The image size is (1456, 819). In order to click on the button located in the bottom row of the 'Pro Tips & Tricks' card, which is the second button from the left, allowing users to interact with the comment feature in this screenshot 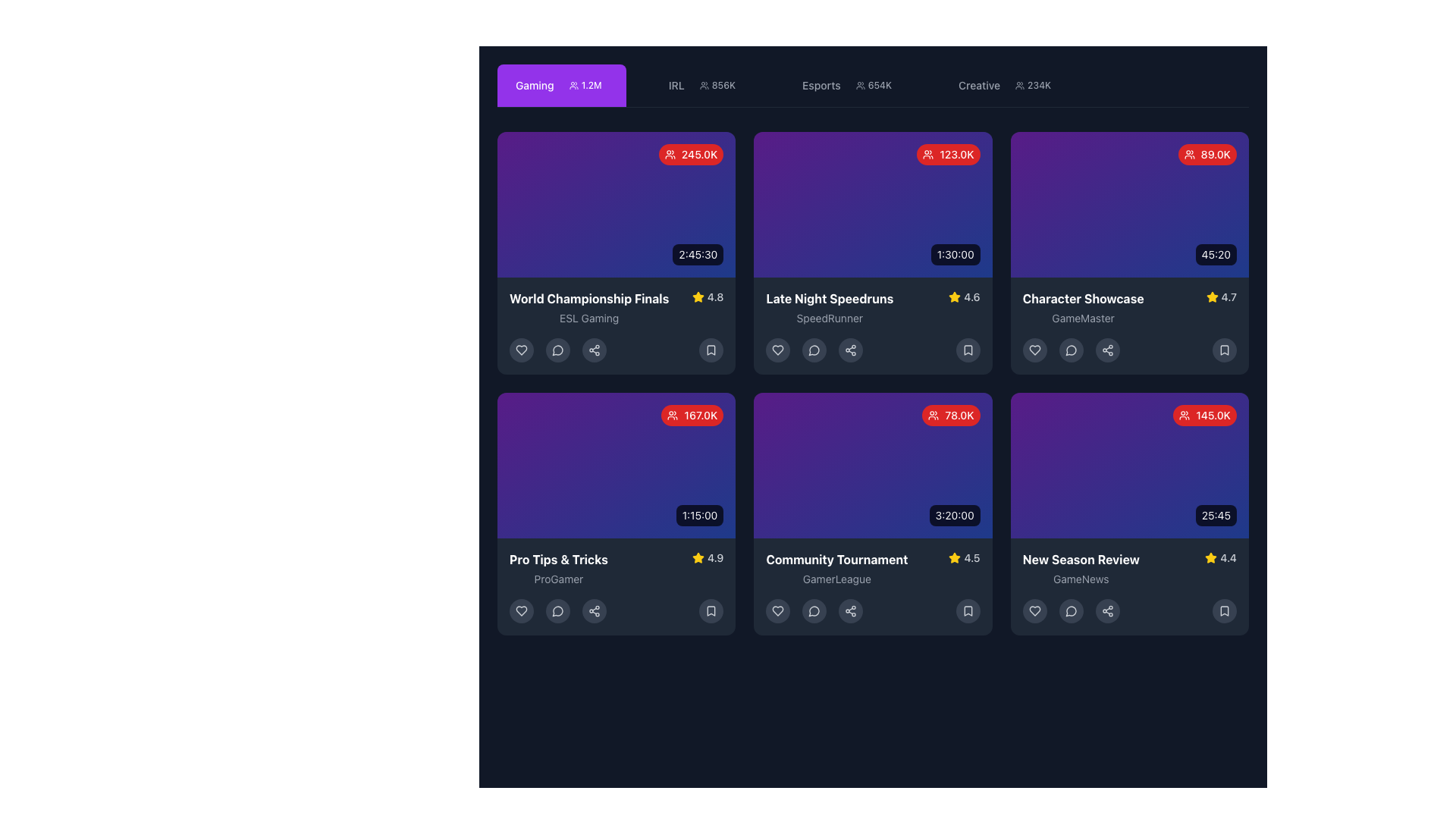, I will do `click(557, 610)`.